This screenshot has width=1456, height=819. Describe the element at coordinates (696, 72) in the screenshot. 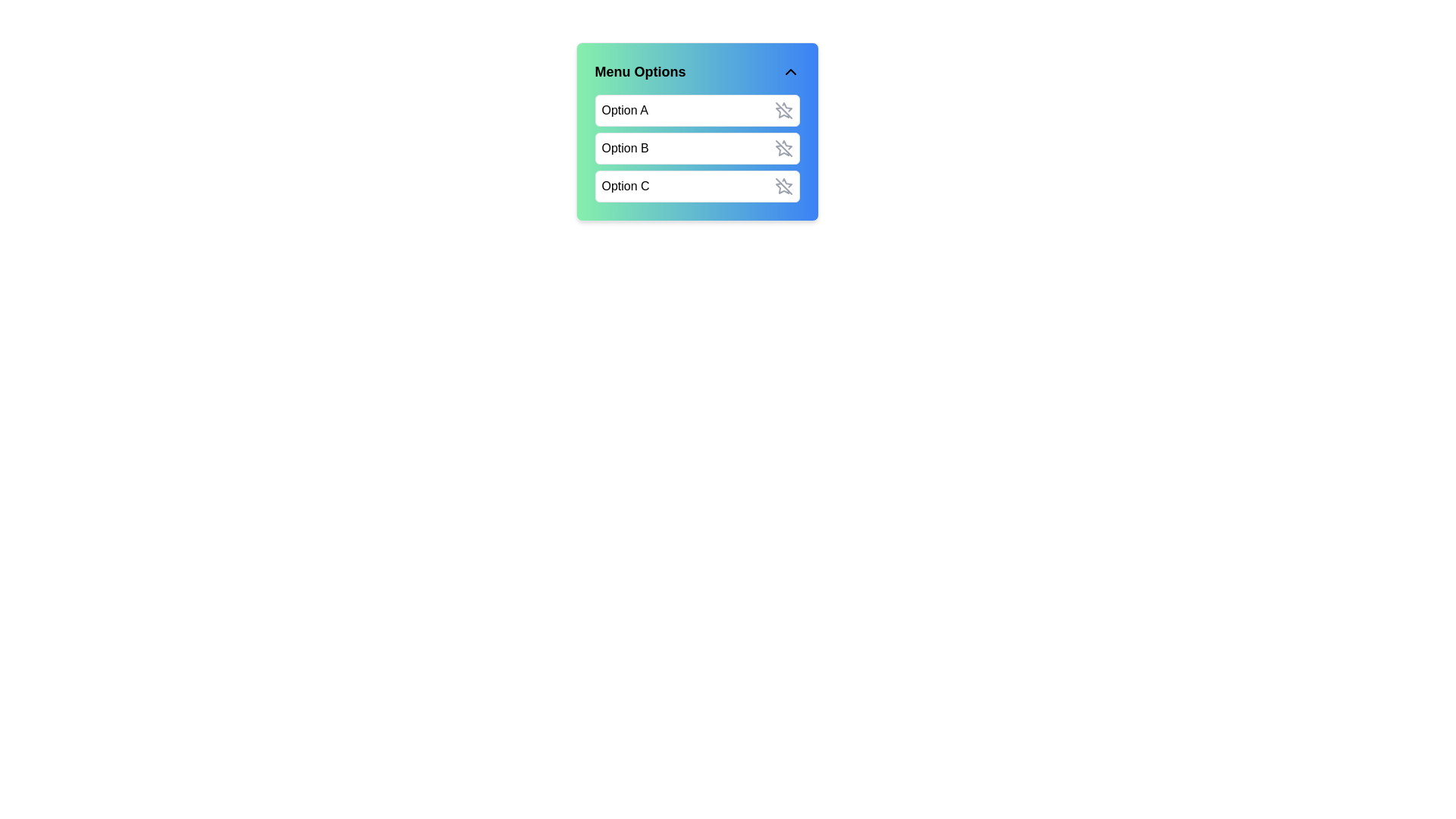

I see `the menu header to collapse the dropdown menu` at that location.